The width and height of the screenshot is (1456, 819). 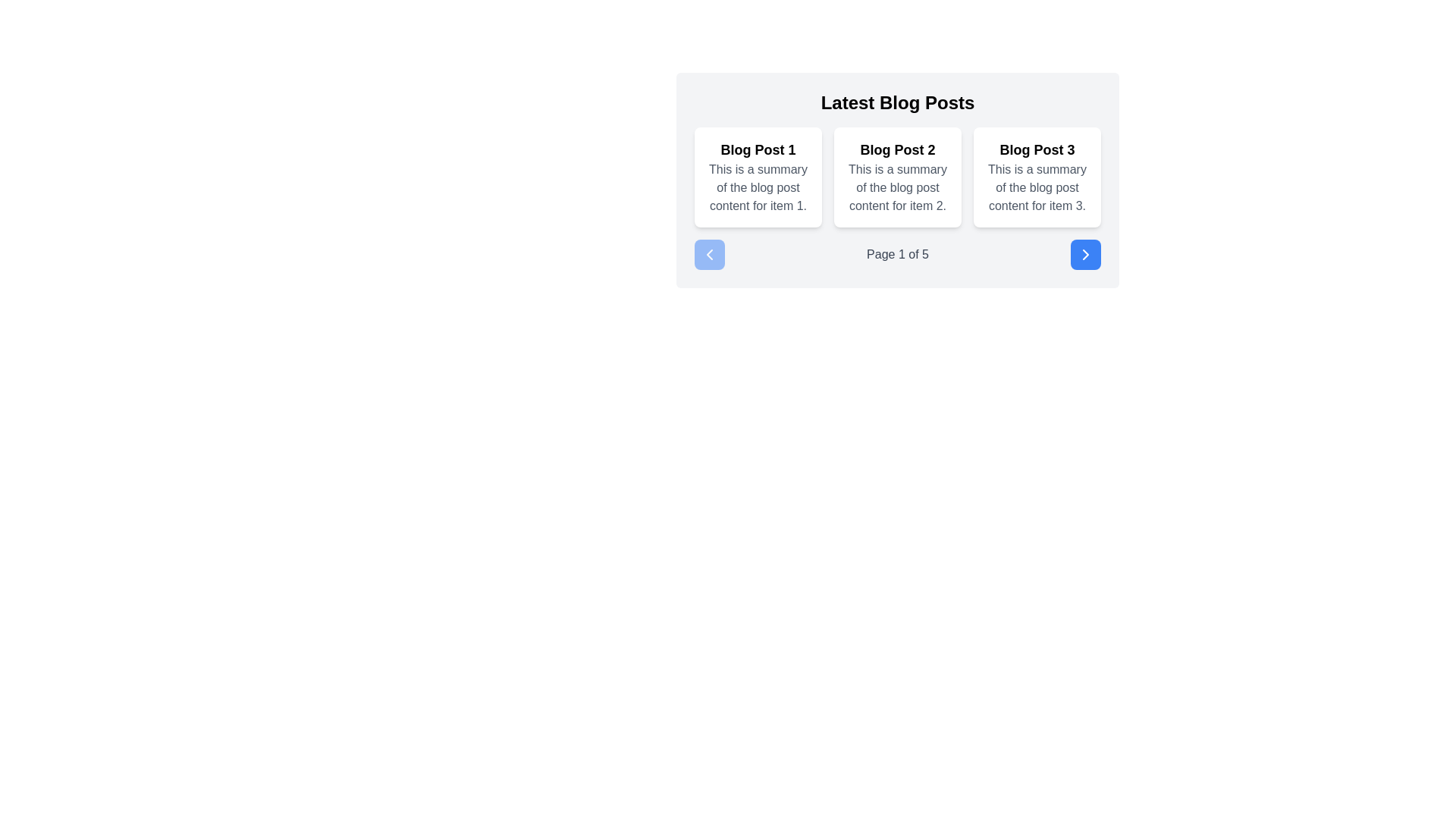 What do you see at coordinates (898, 149) in the screenshot?
I see `title of the blog post summary card located at the top center of the second card in a group of three horizontally aligned cards` at bounding box center [898, 149].